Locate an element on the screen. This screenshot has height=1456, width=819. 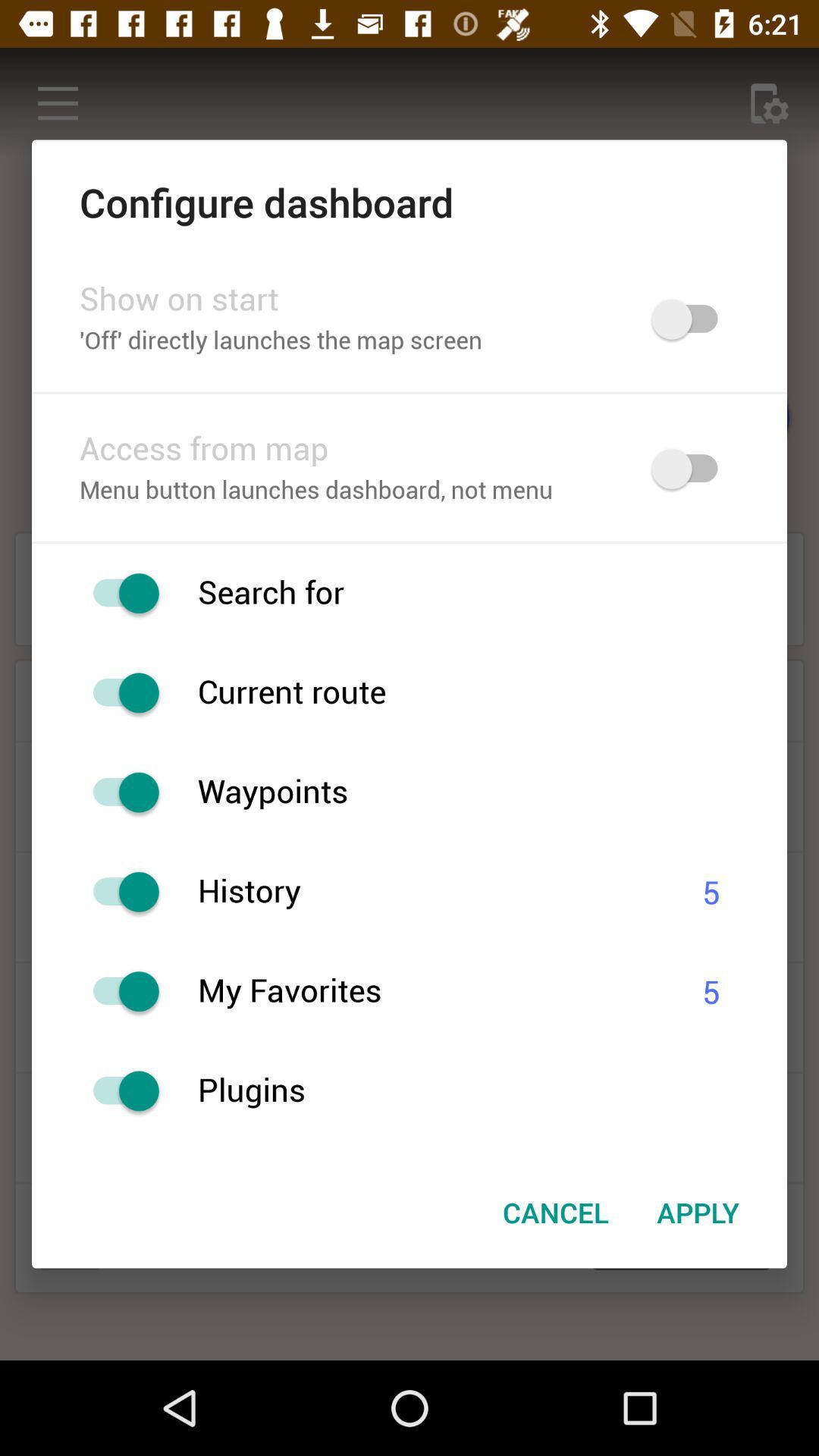
the icon above search for item is located at coordinates (409, 542).